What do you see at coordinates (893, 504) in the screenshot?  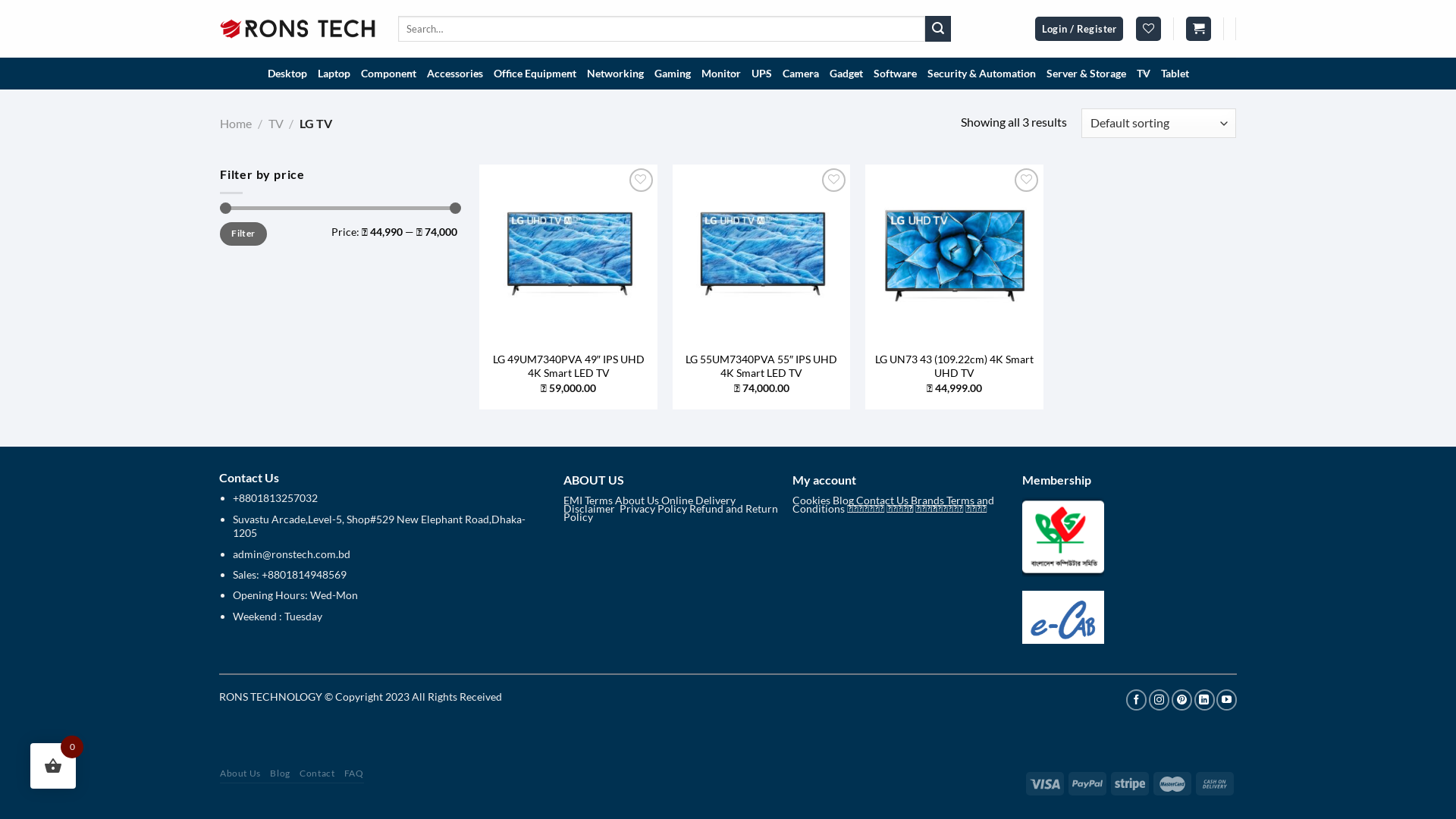 I see `'Terms and Conditions'` at bounding box center [893, 504].